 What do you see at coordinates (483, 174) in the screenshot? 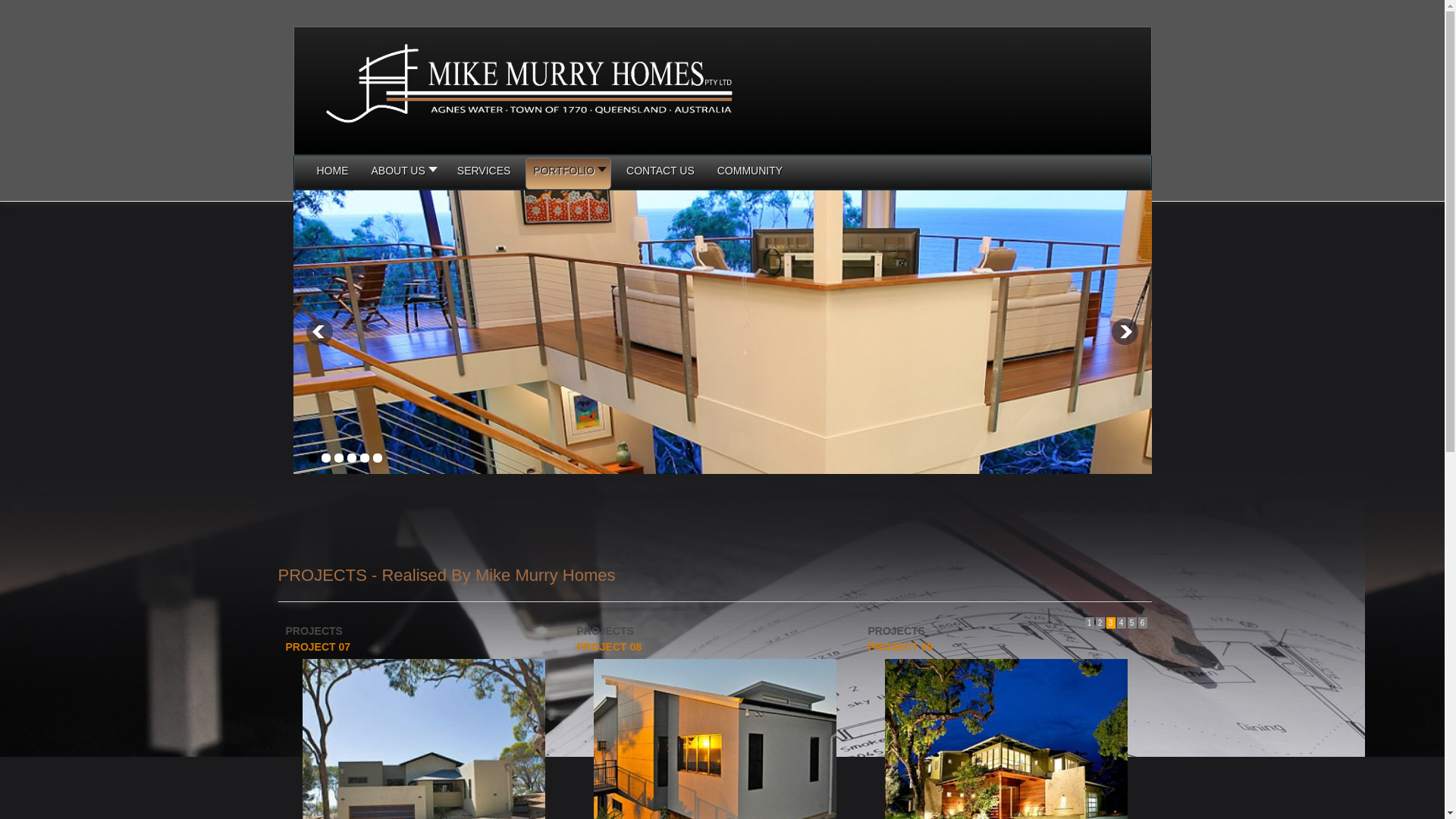
I see `'SERVICES'` at bounding box center [483, 174].